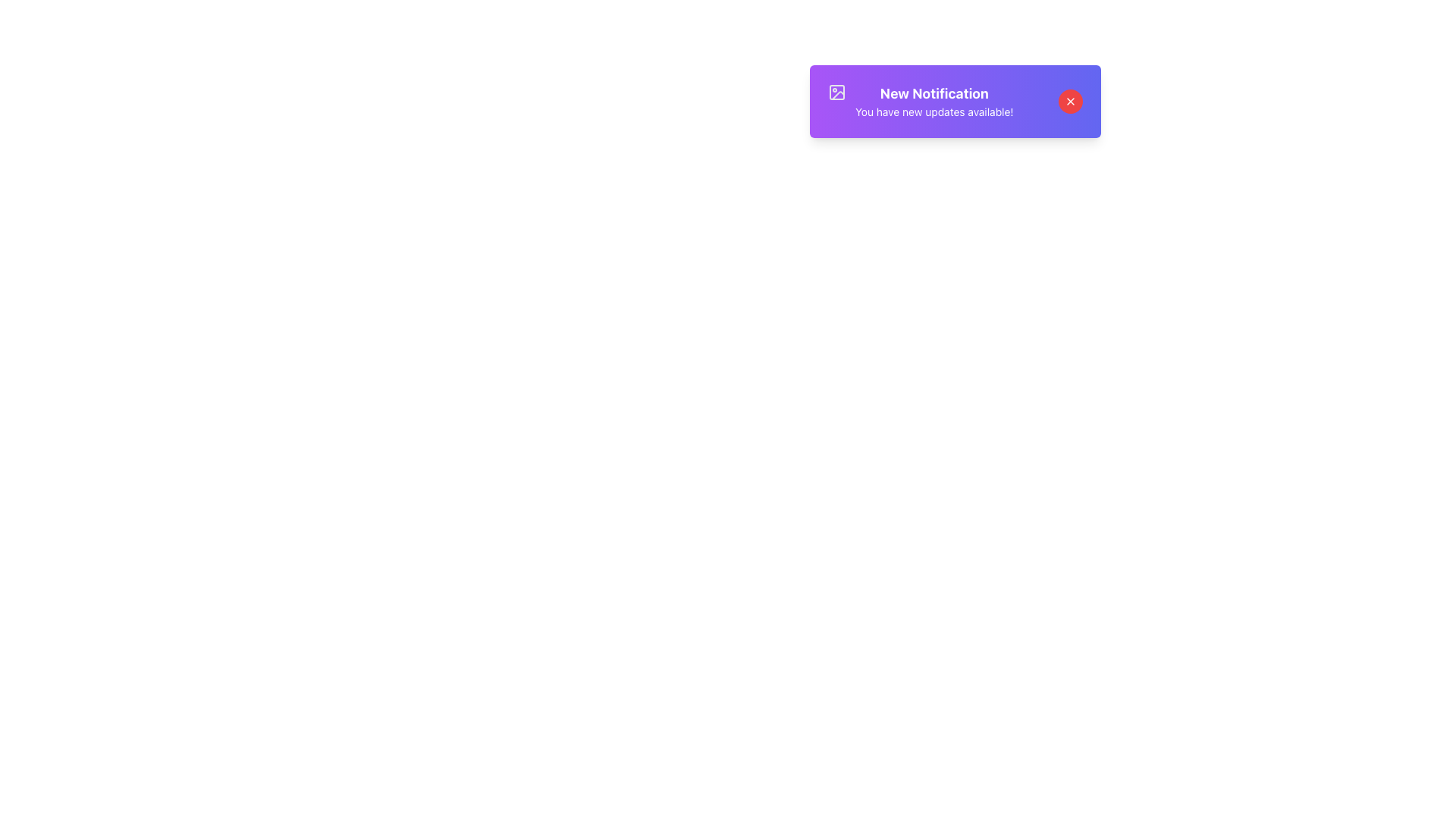 This screenshot has height=819, width=1456. Describe the element at coordinates (836, 93) in the screenshot. I see `the SVG Rectangle that serves as an icon representing an image or picture, located in the top left section of the notification card element` at that location.